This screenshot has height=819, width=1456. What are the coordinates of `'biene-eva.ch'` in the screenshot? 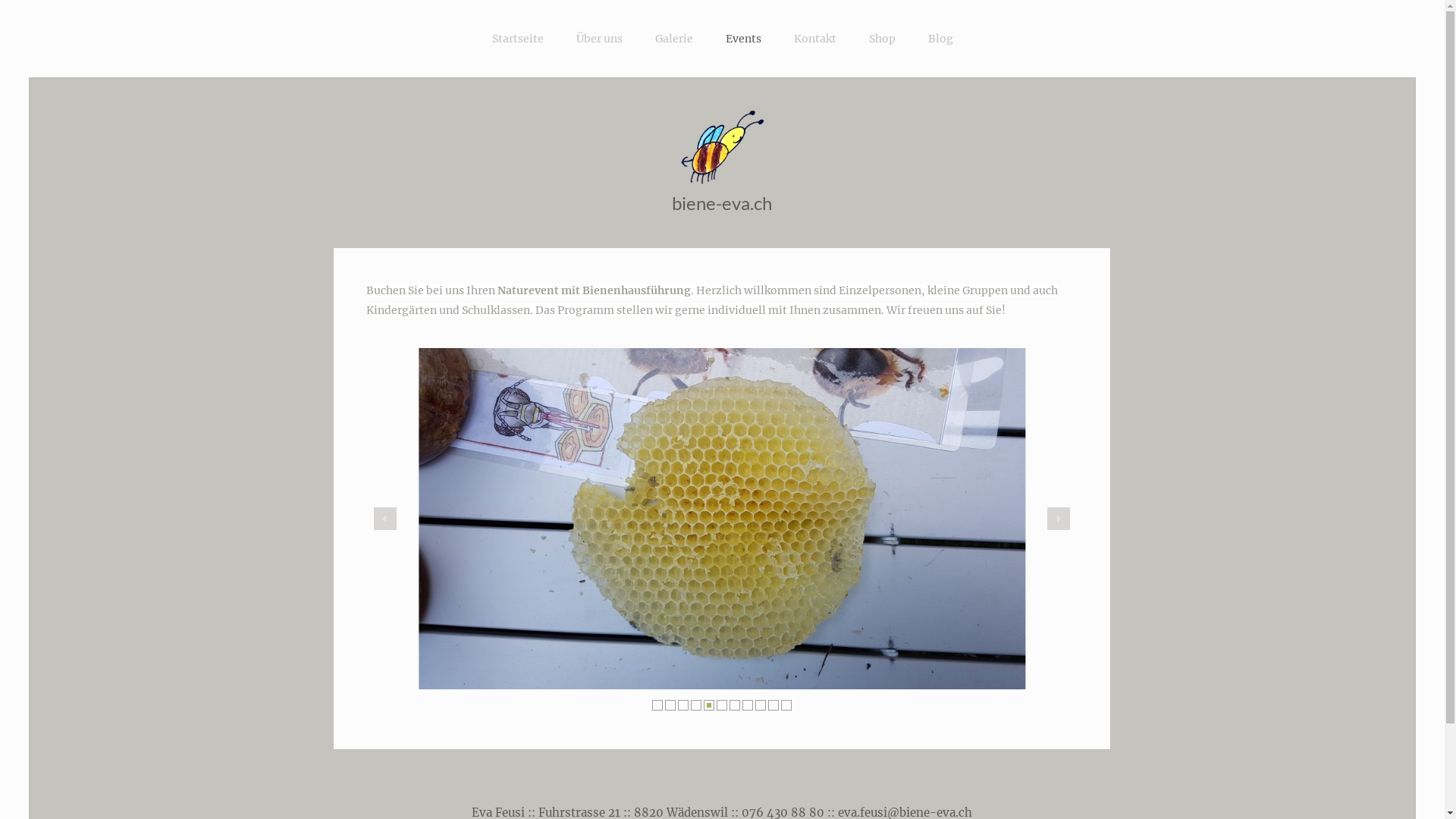 It's located at (671, 202).